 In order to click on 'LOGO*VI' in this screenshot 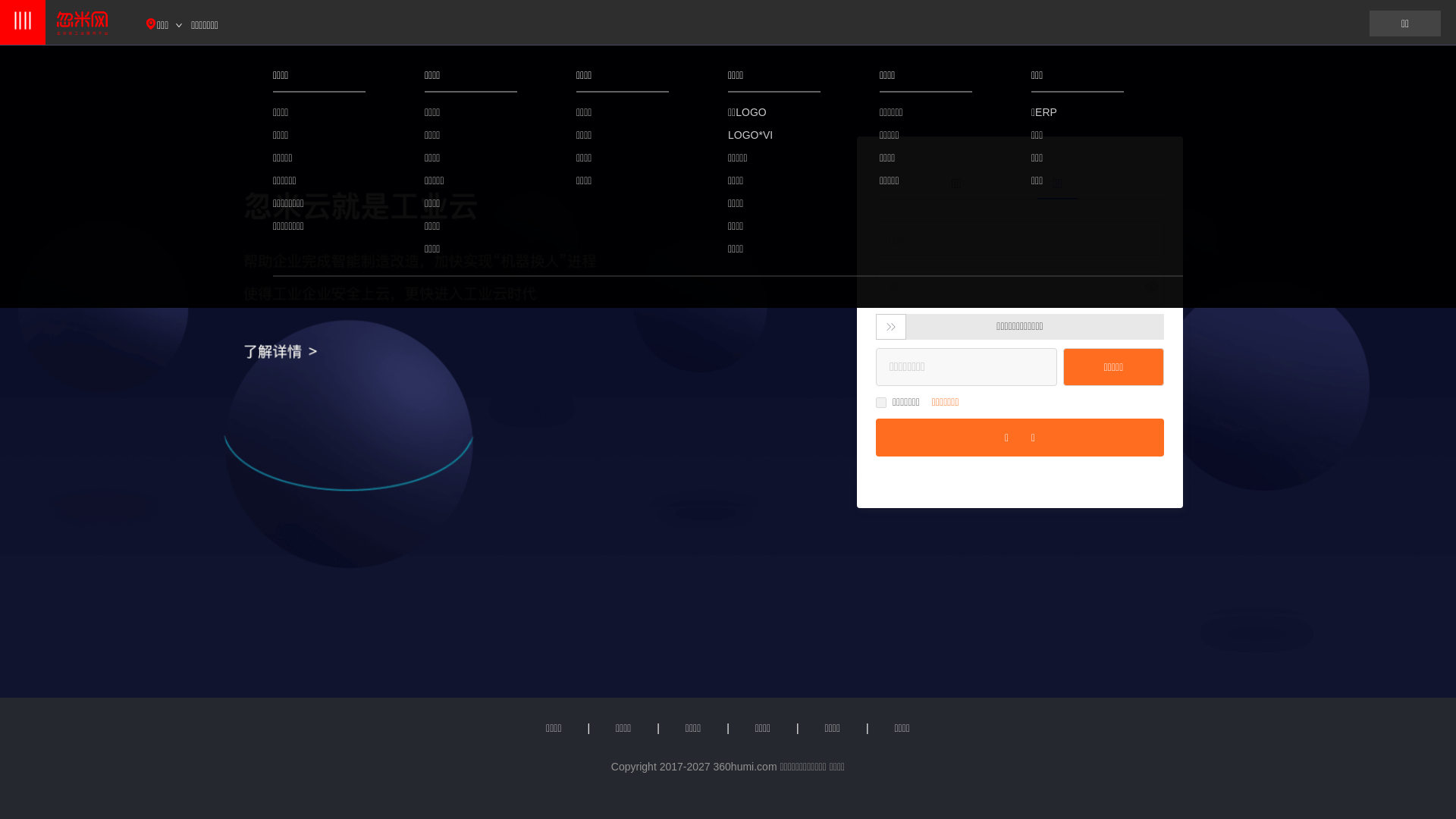, I will do `click(774, 133)`.